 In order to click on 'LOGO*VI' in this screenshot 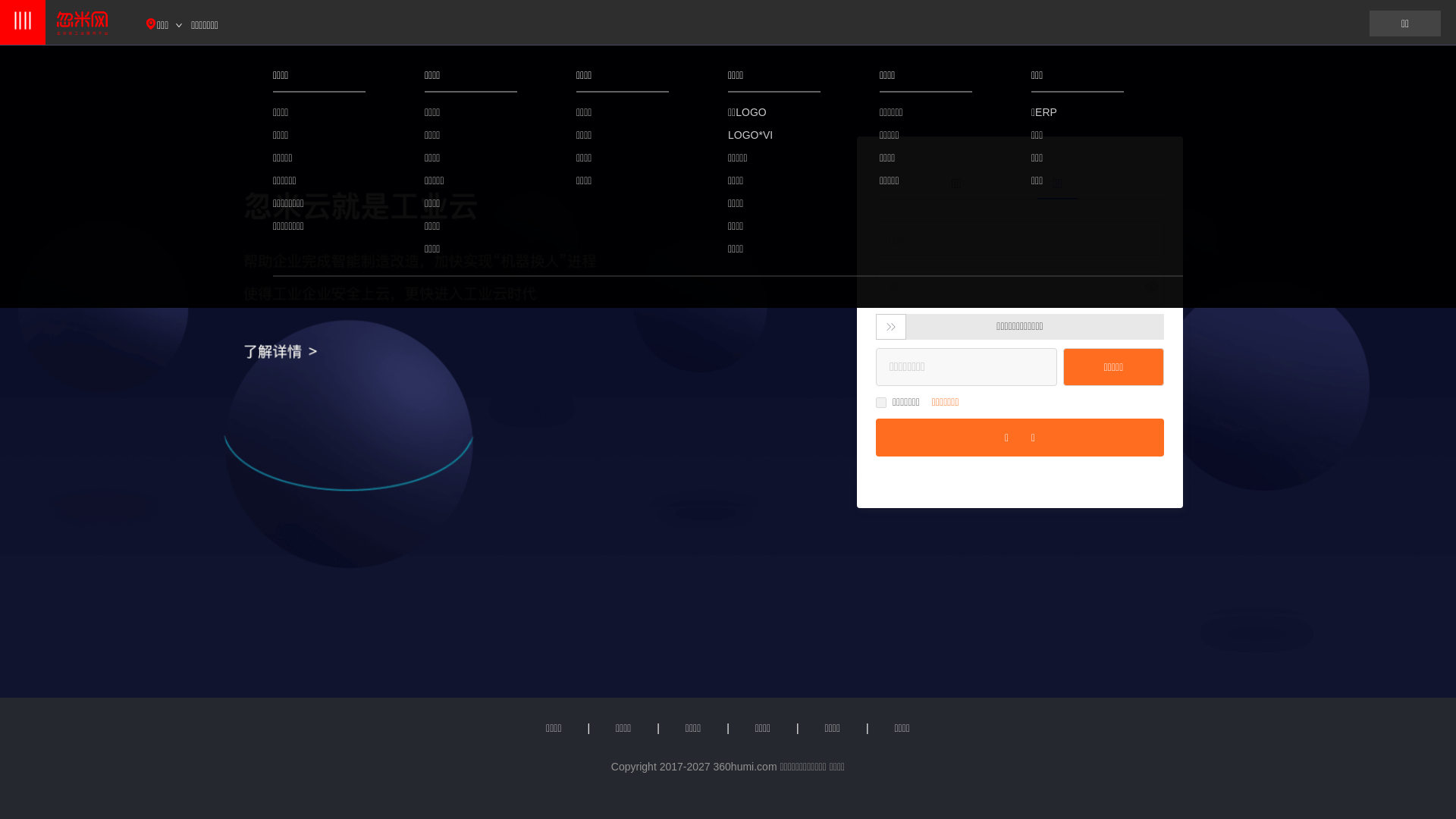, I will do `click(774, 133)`.